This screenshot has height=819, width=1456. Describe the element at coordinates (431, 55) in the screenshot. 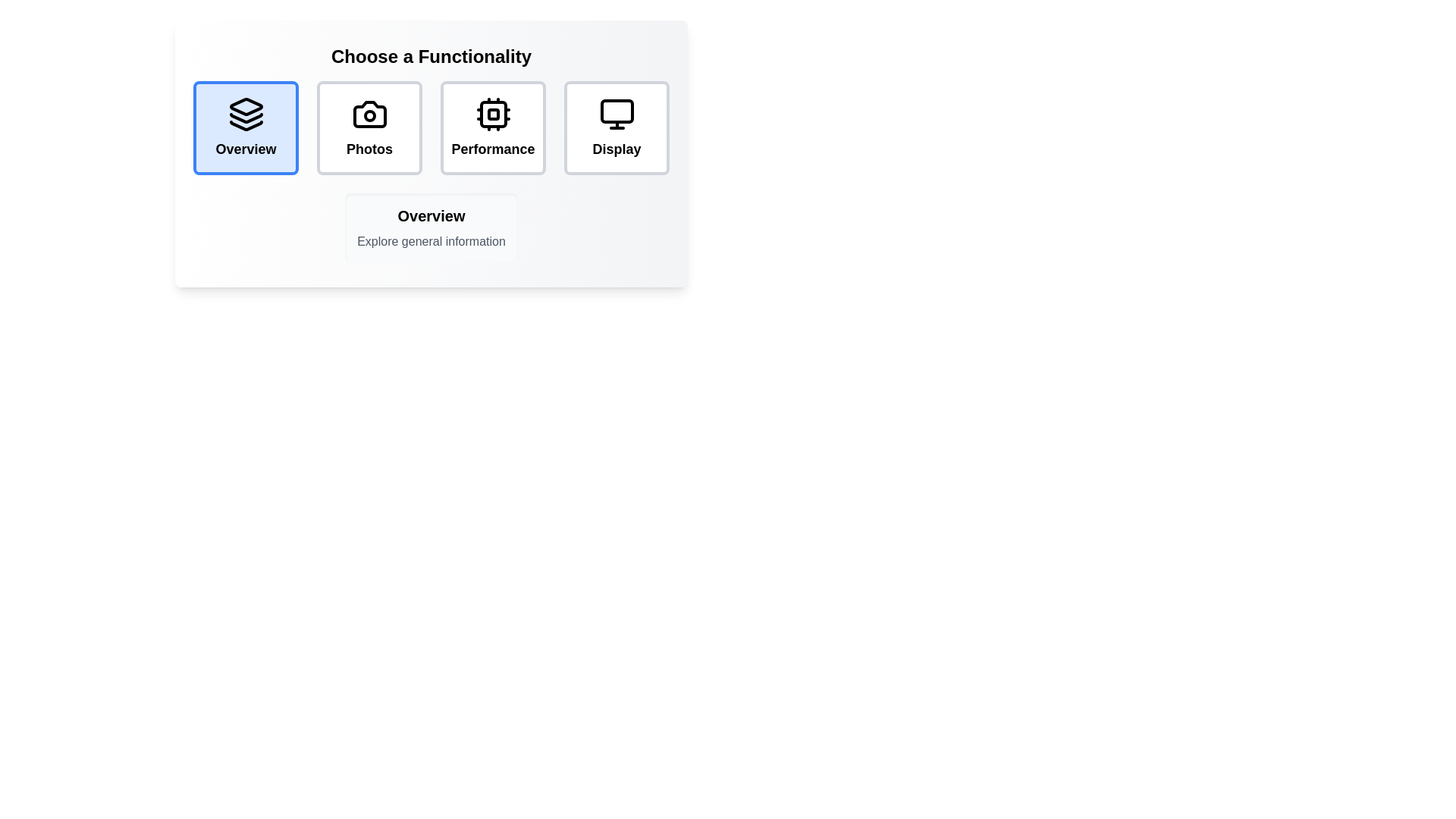

I see `the static text element that serves as a heading for the section, located at the top-center of the interface above the grid of options` at that location.